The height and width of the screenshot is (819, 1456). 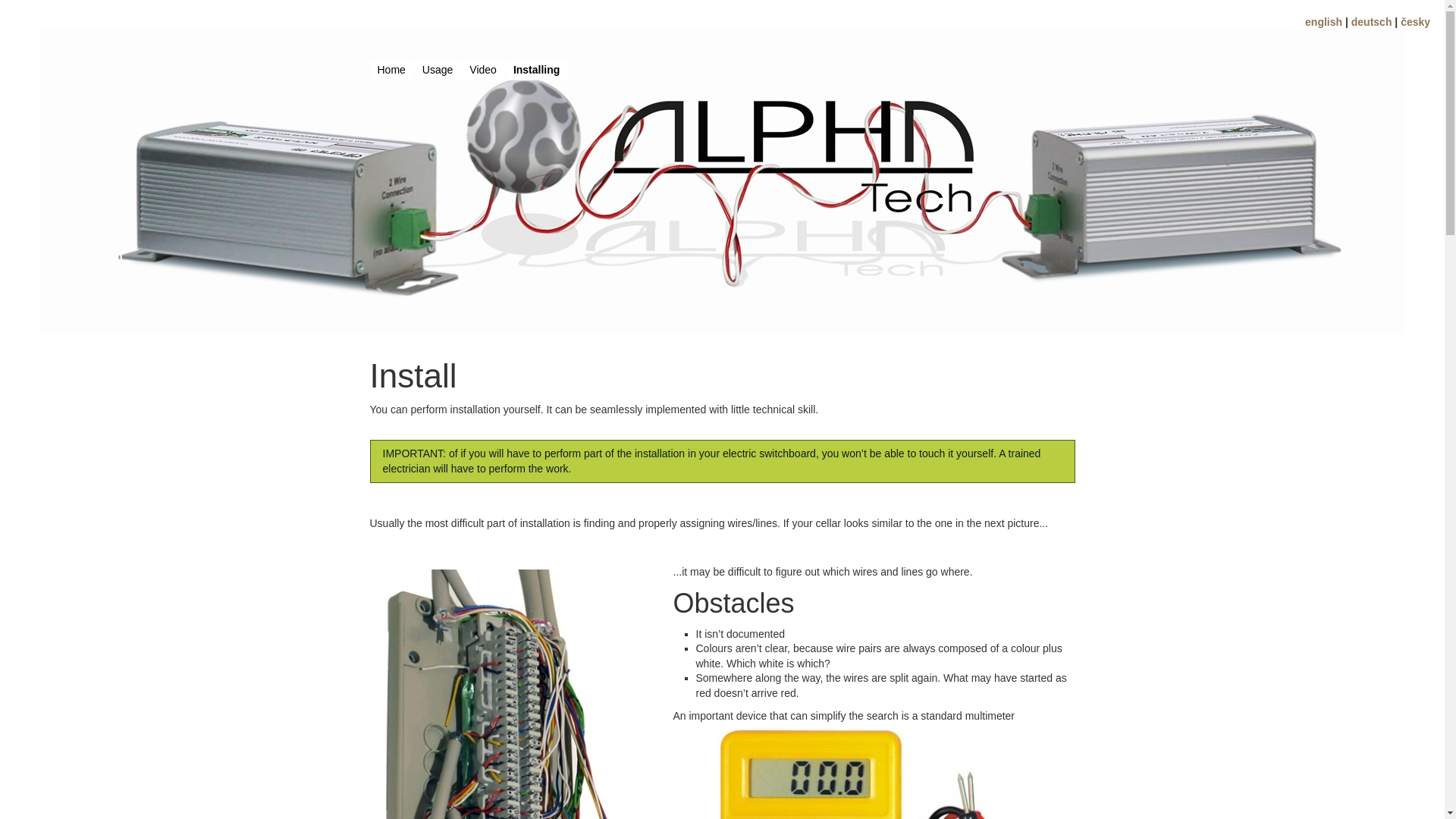 I want to click on 'Home', so click(x=370, y=70).